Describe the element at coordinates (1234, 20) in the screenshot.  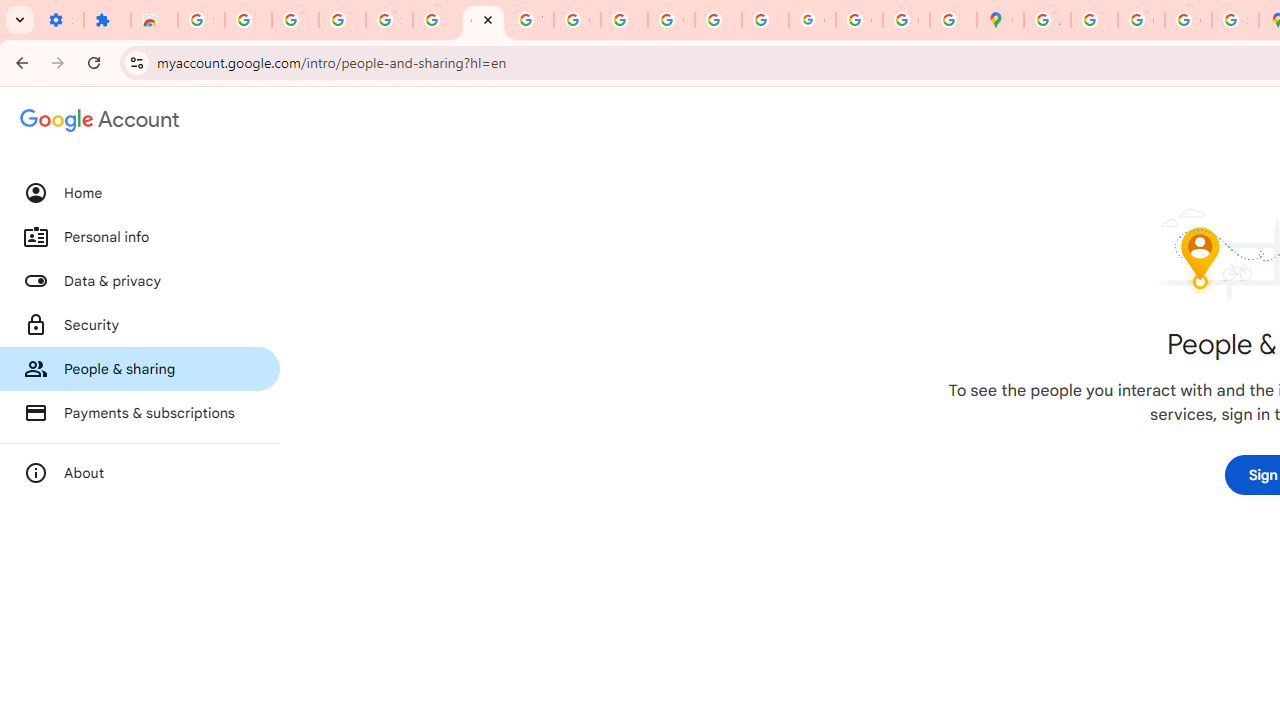
I see `'Safety in Our Products - Google Safety Center'` at that location.